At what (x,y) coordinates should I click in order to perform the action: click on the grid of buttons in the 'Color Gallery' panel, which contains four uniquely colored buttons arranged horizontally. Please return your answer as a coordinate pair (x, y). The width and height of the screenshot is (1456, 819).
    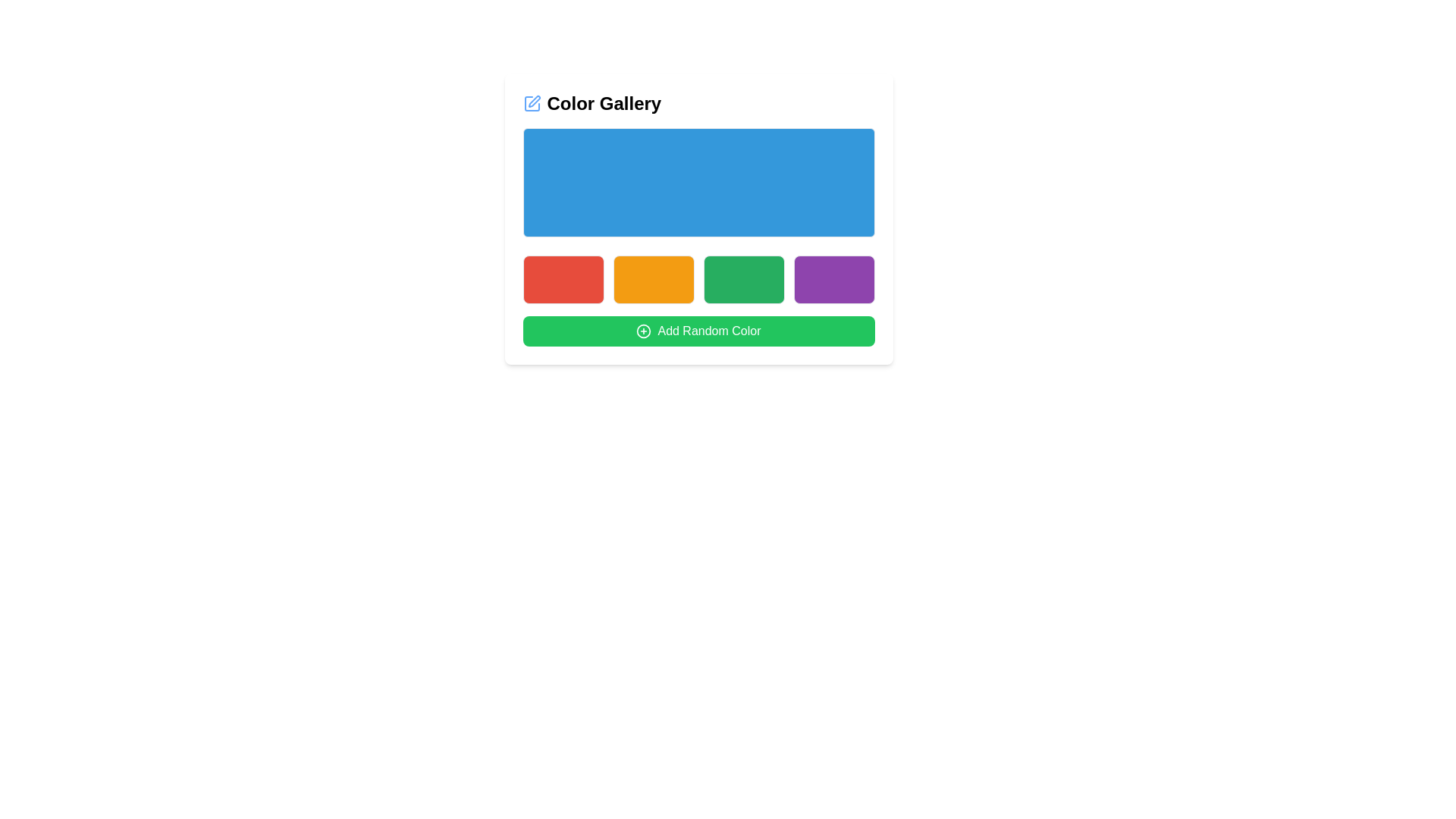
    Looking at the image, I should click on (698, 280).